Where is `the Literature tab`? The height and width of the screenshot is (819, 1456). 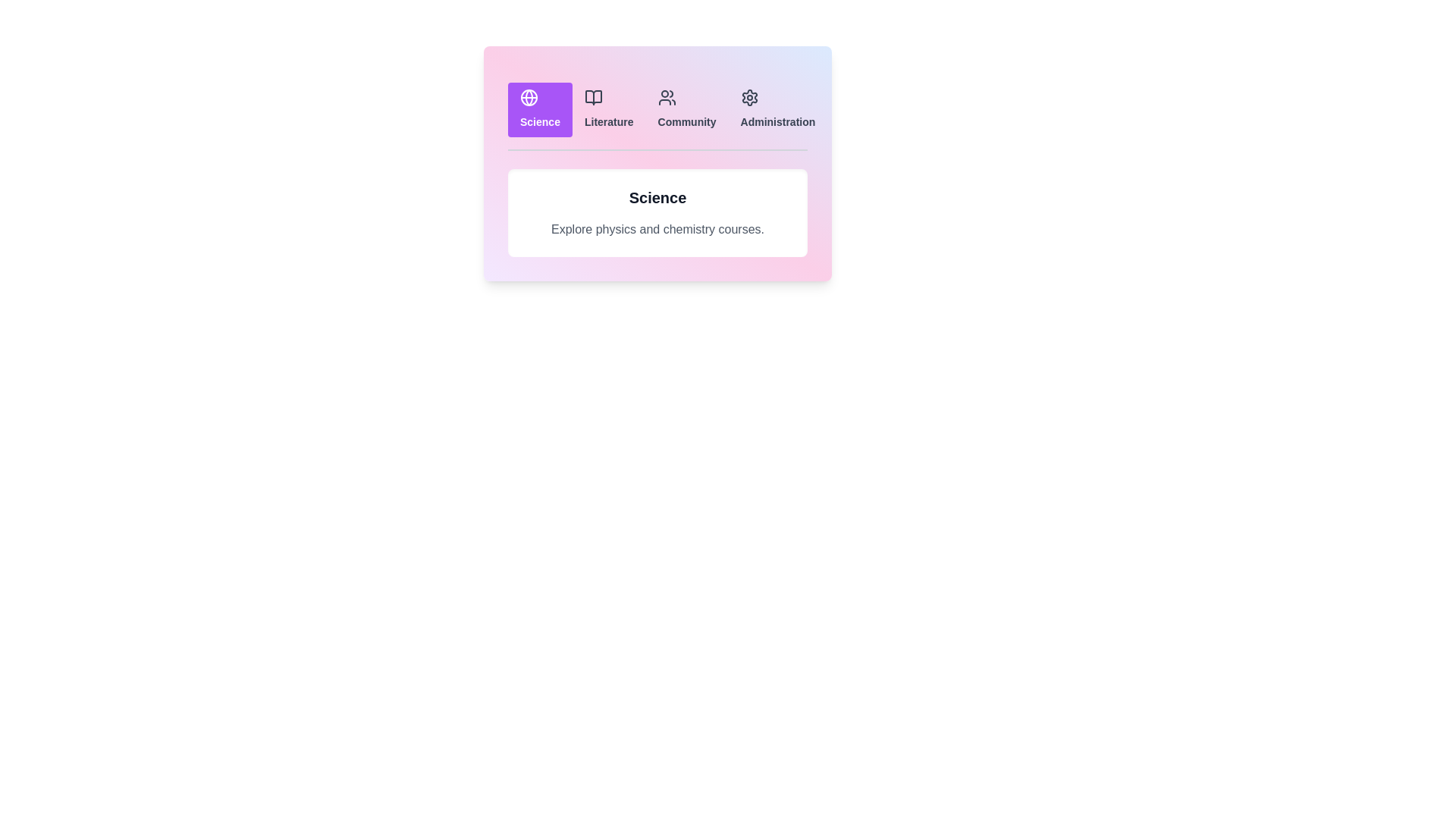 the Literature tab is located at coordinates (608, 109).